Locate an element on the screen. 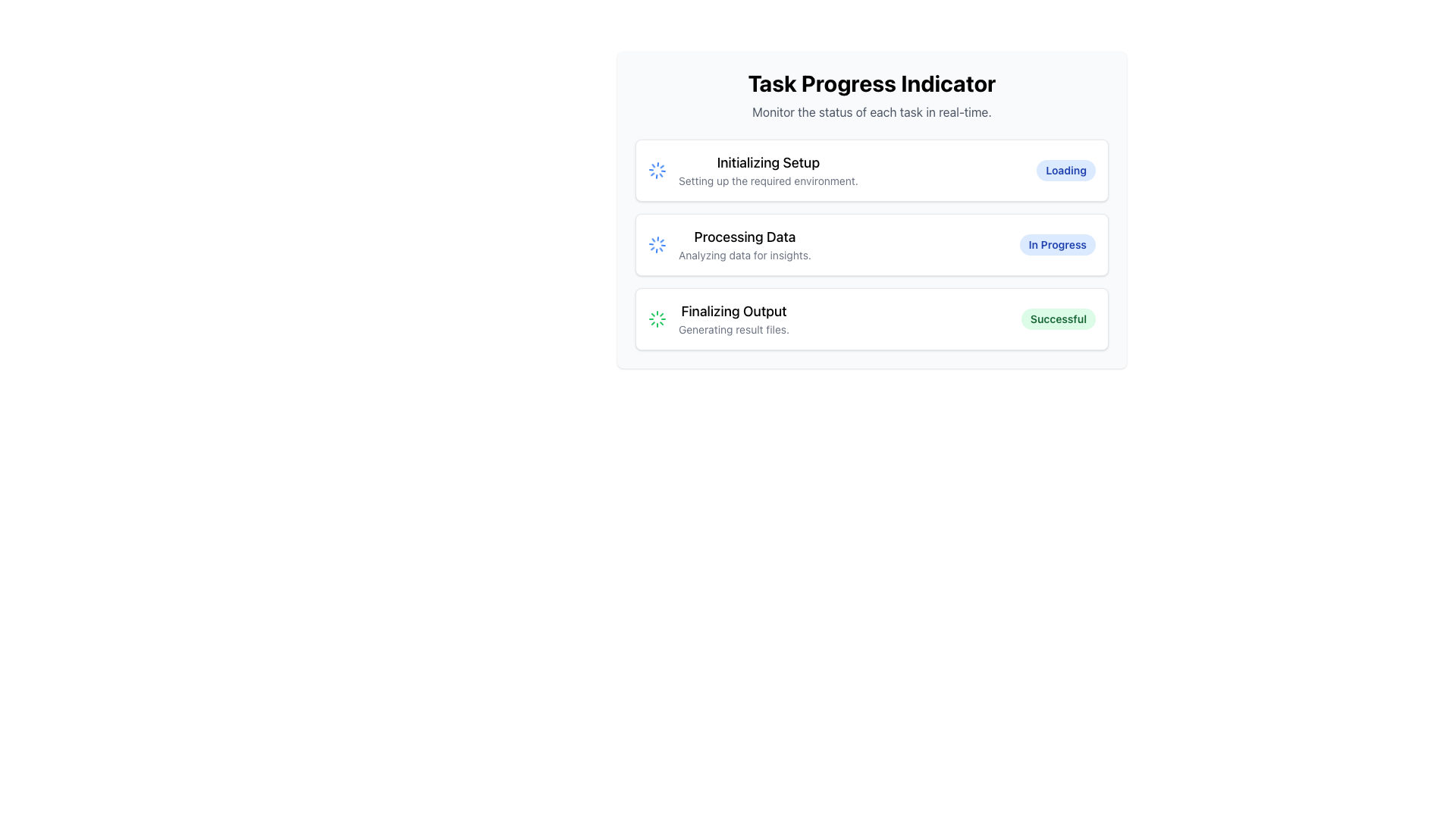 Image resolution: width=1456 pixels, height=819 pixels. the text label that provides information about the task 'Initializing Setup', which is positioned immediately below the same-named text in the first task section of the list of tasks is located at coordinates (768, 180).